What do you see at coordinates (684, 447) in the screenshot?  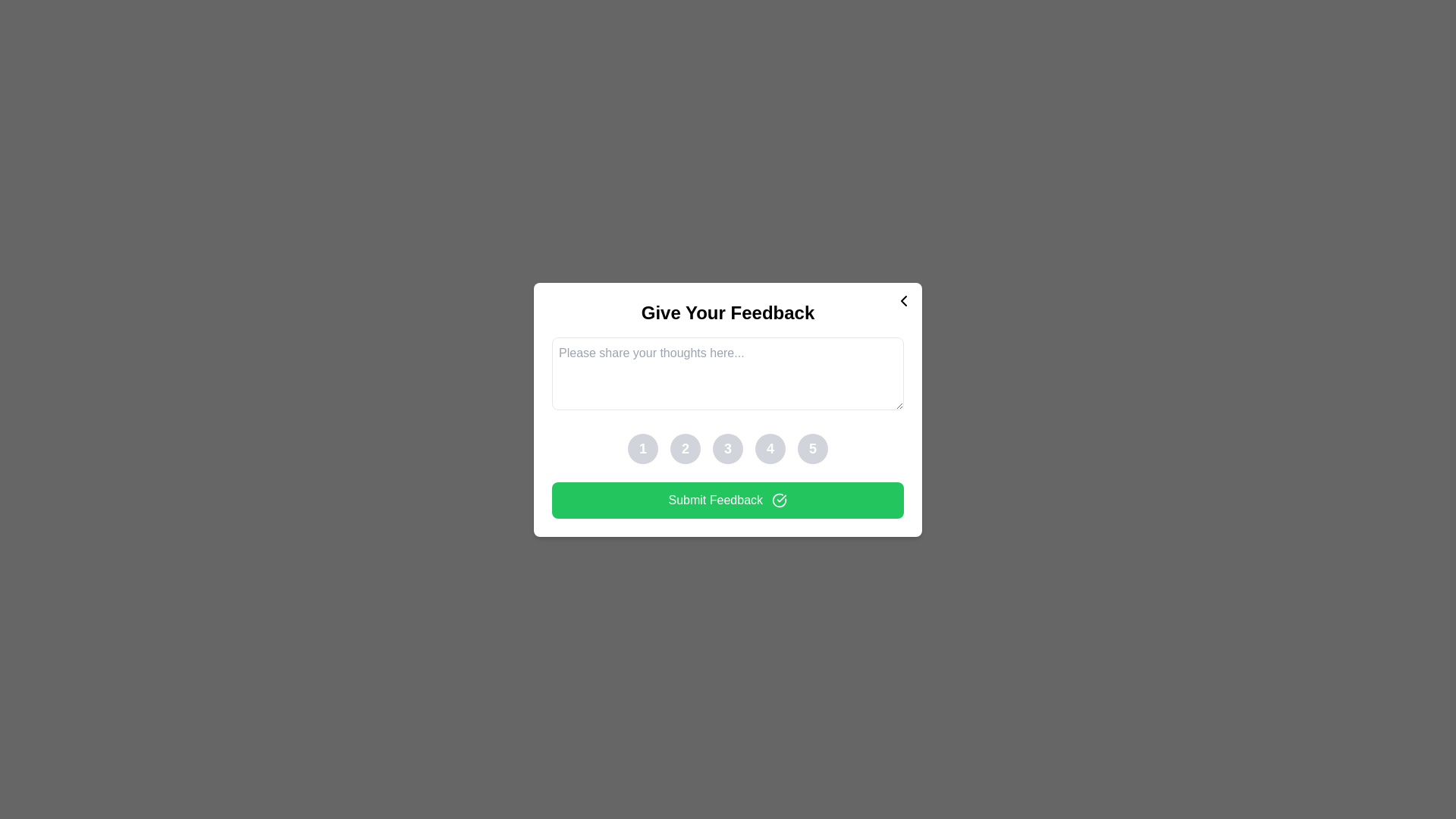 I see `the button corresponding to the rating 2` at bounding box center [684, 447].